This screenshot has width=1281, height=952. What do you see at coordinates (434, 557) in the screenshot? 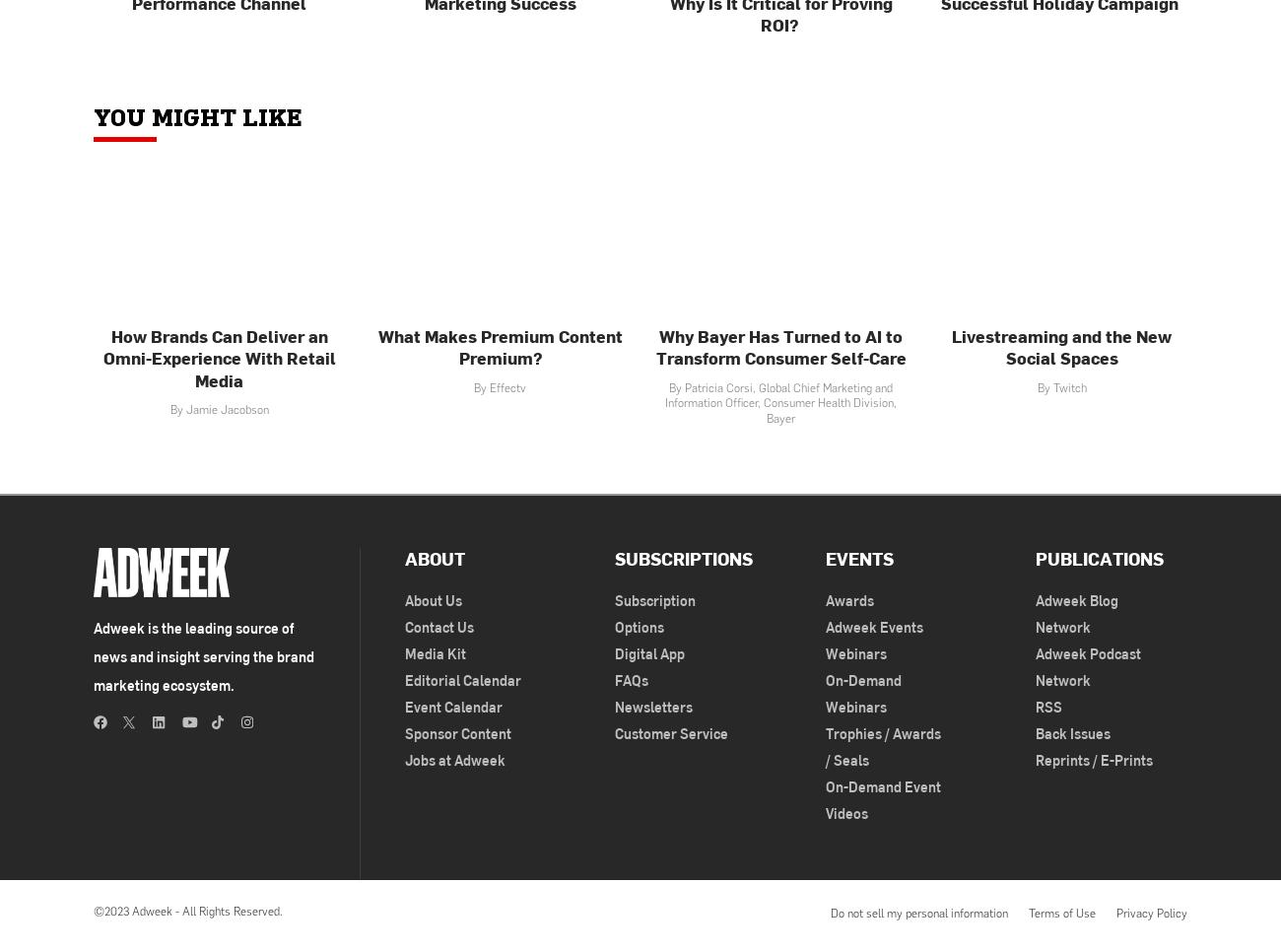
I see `'About'` at bounding box center [434, 557].